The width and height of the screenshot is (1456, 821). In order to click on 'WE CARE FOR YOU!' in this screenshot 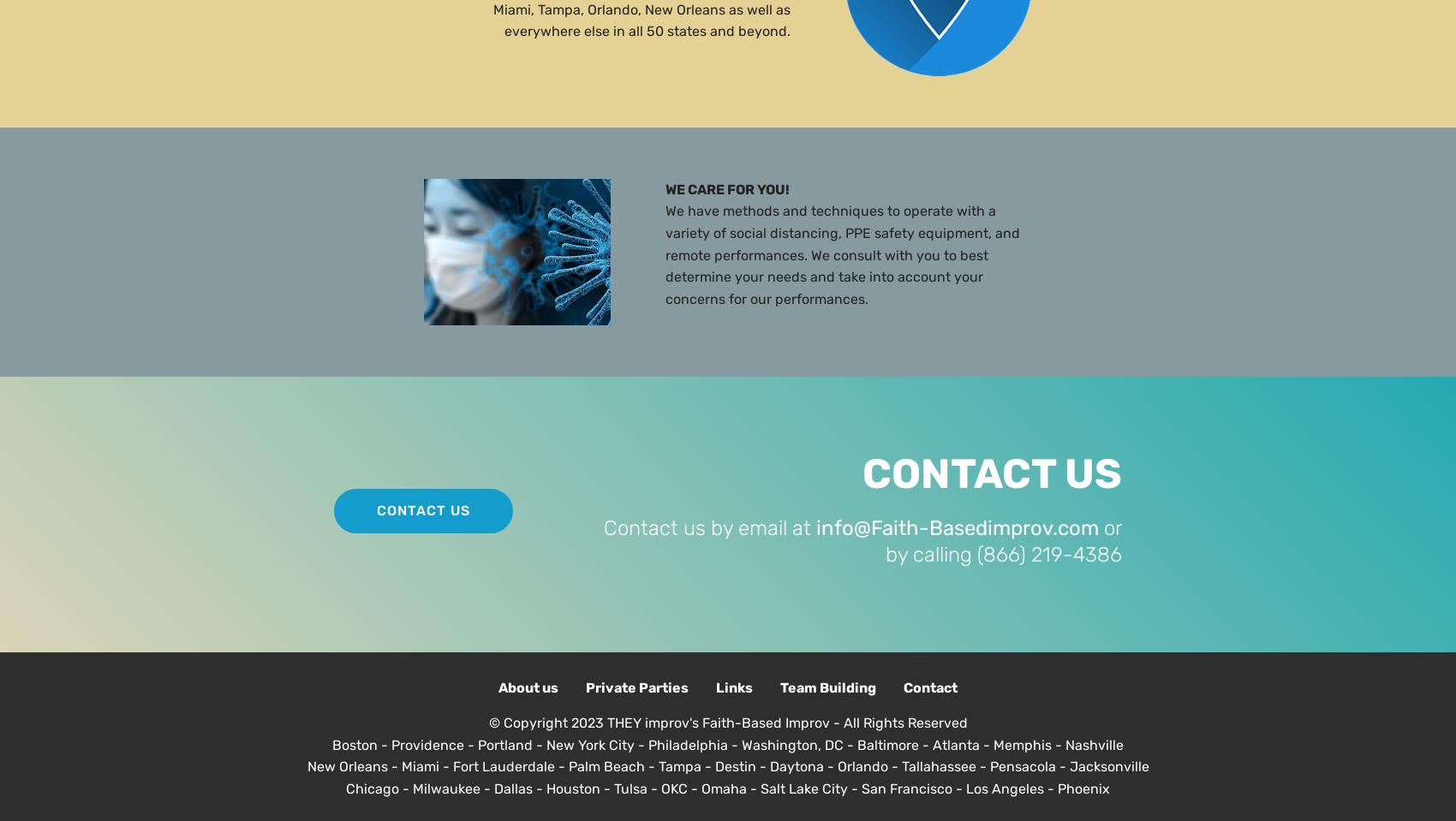, I will do `click(726, 188)`.